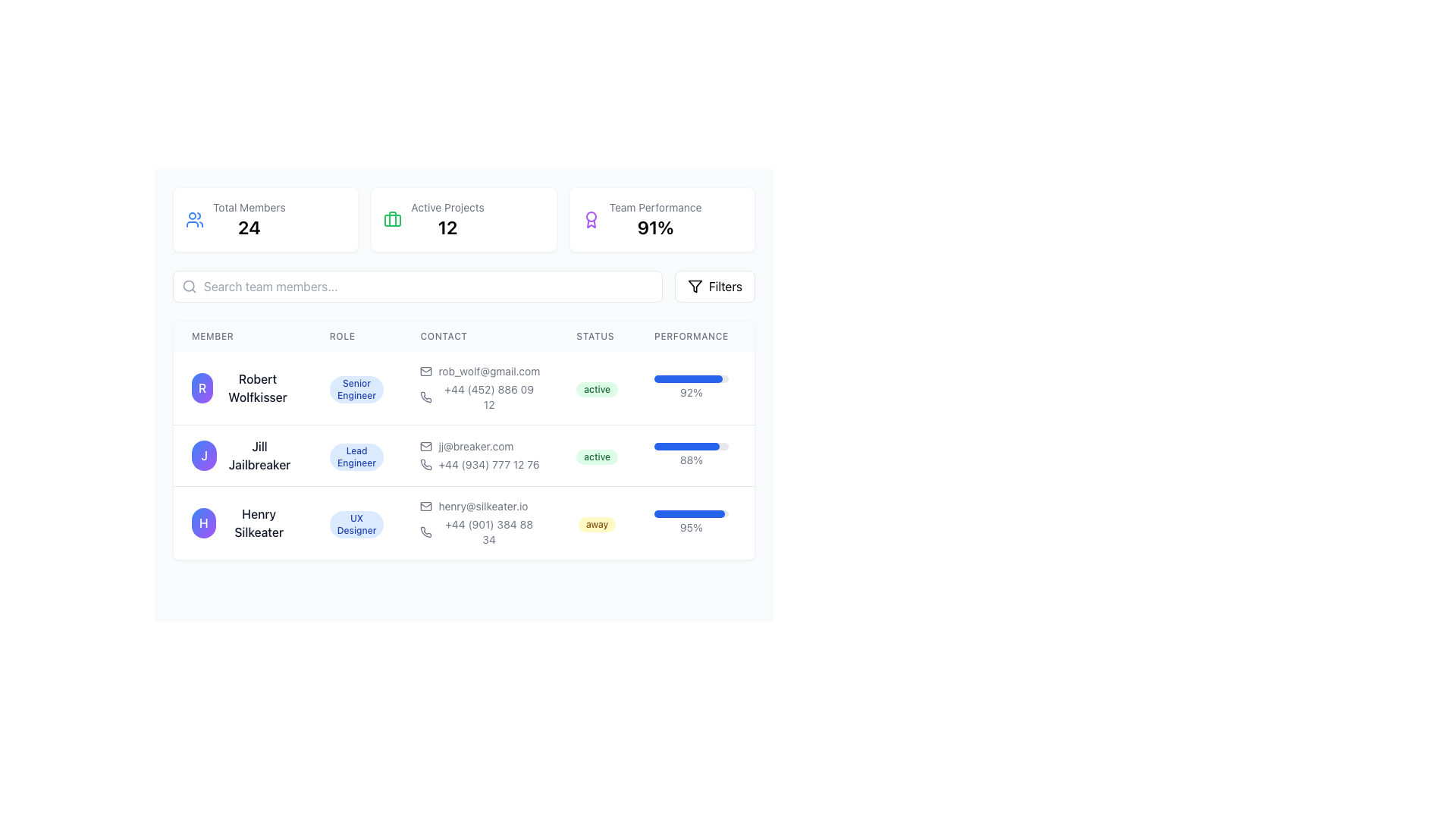 This screenshot has width=1456, height=819. I want to click on displayed information from the Informational summary widget that shows the total number of members associated with the context, located at the top-left of the interface, so click(249, 219).